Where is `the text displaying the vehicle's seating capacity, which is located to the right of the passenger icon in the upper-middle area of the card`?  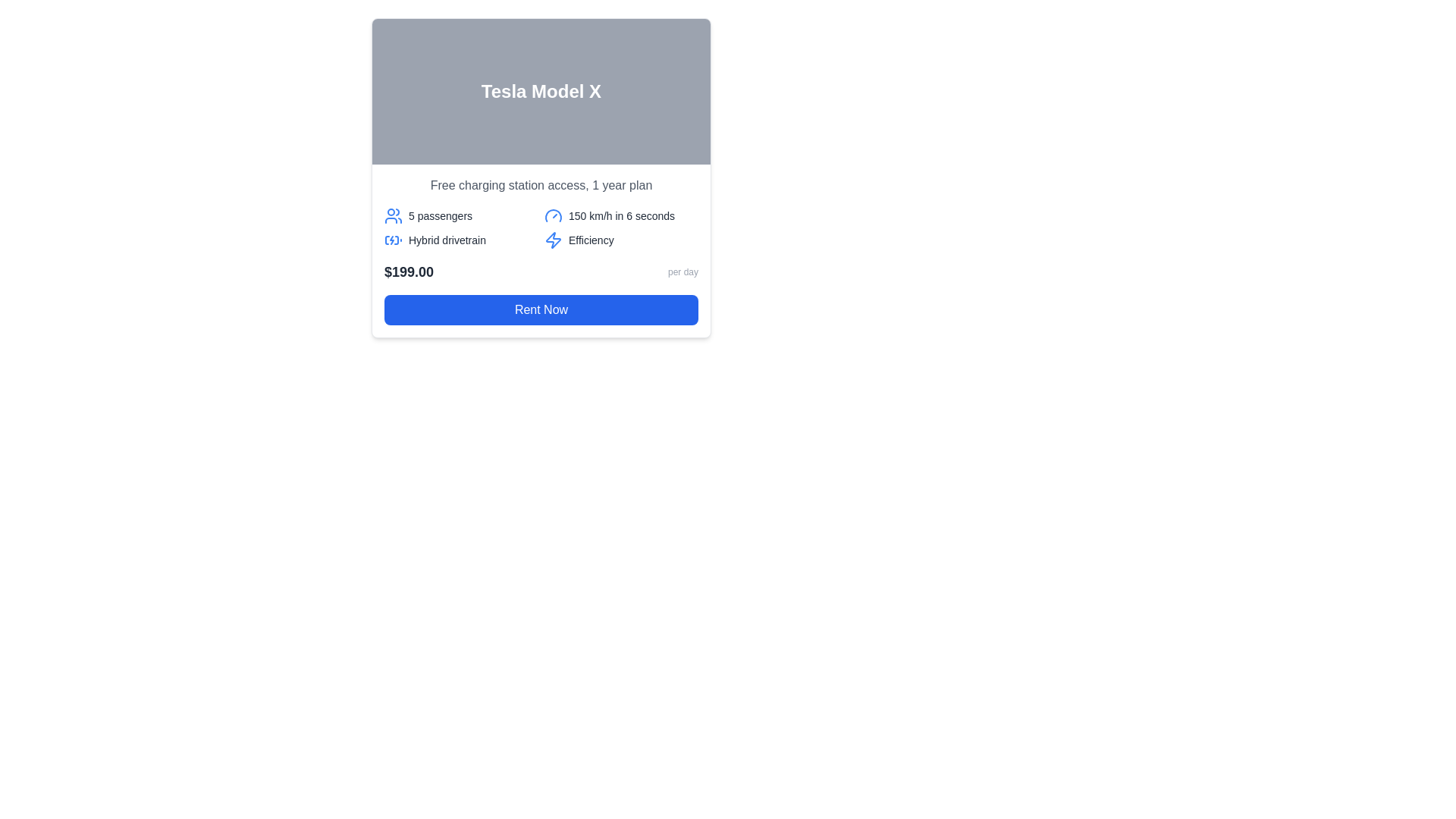 the text displaying the vehicle's seating capacity, which is located to the right of the passenger icon in the upper-middle area of the card is located at coordinates (439, 216).